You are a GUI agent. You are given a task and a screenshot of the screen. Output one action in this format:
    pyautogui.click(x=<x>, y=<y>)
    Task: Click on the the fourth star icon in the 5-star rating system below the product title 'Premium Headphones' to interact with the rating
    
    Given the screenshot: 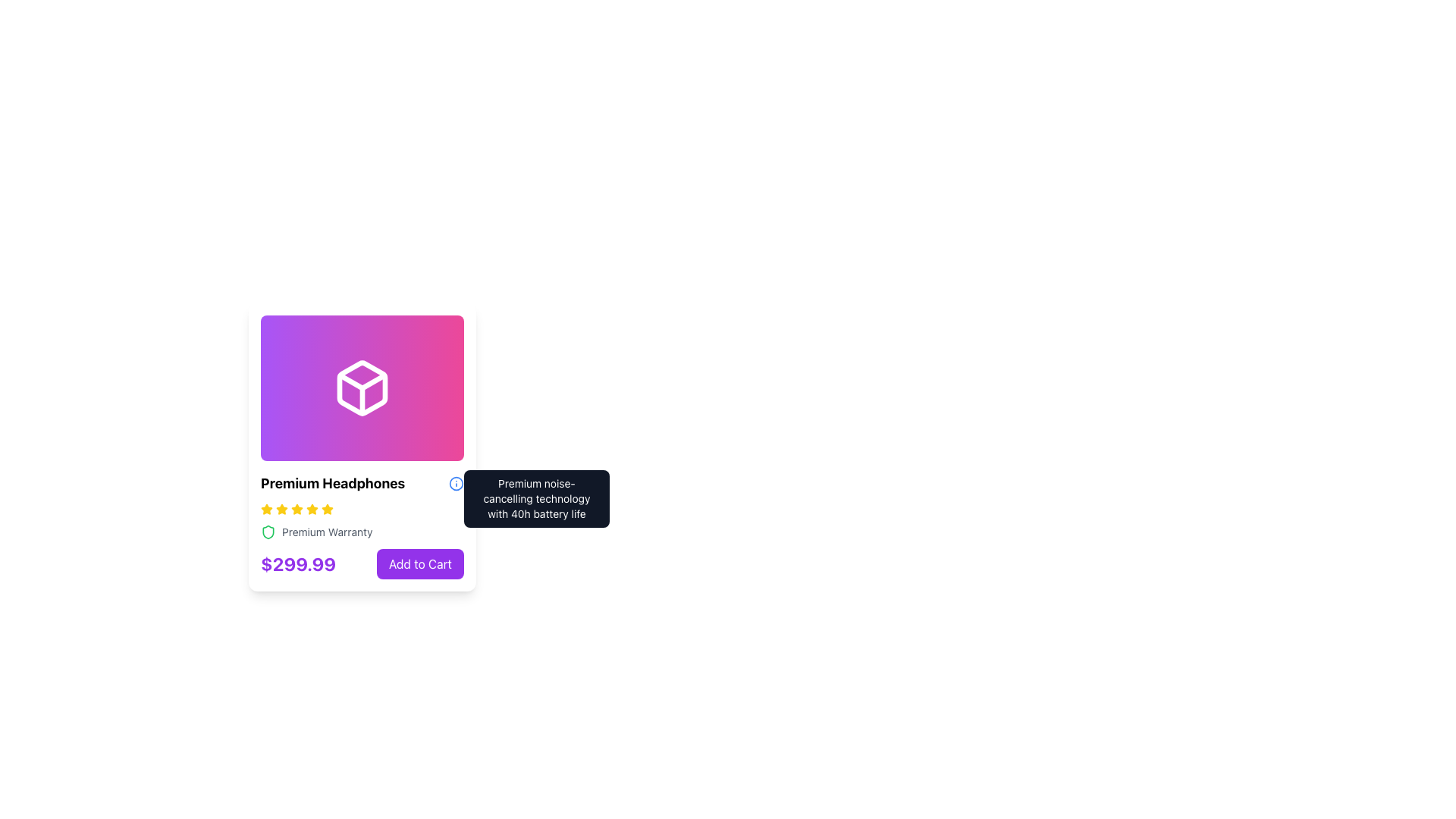 What is the action you would take?
    pyautogui.click(x=327, y=509)
    